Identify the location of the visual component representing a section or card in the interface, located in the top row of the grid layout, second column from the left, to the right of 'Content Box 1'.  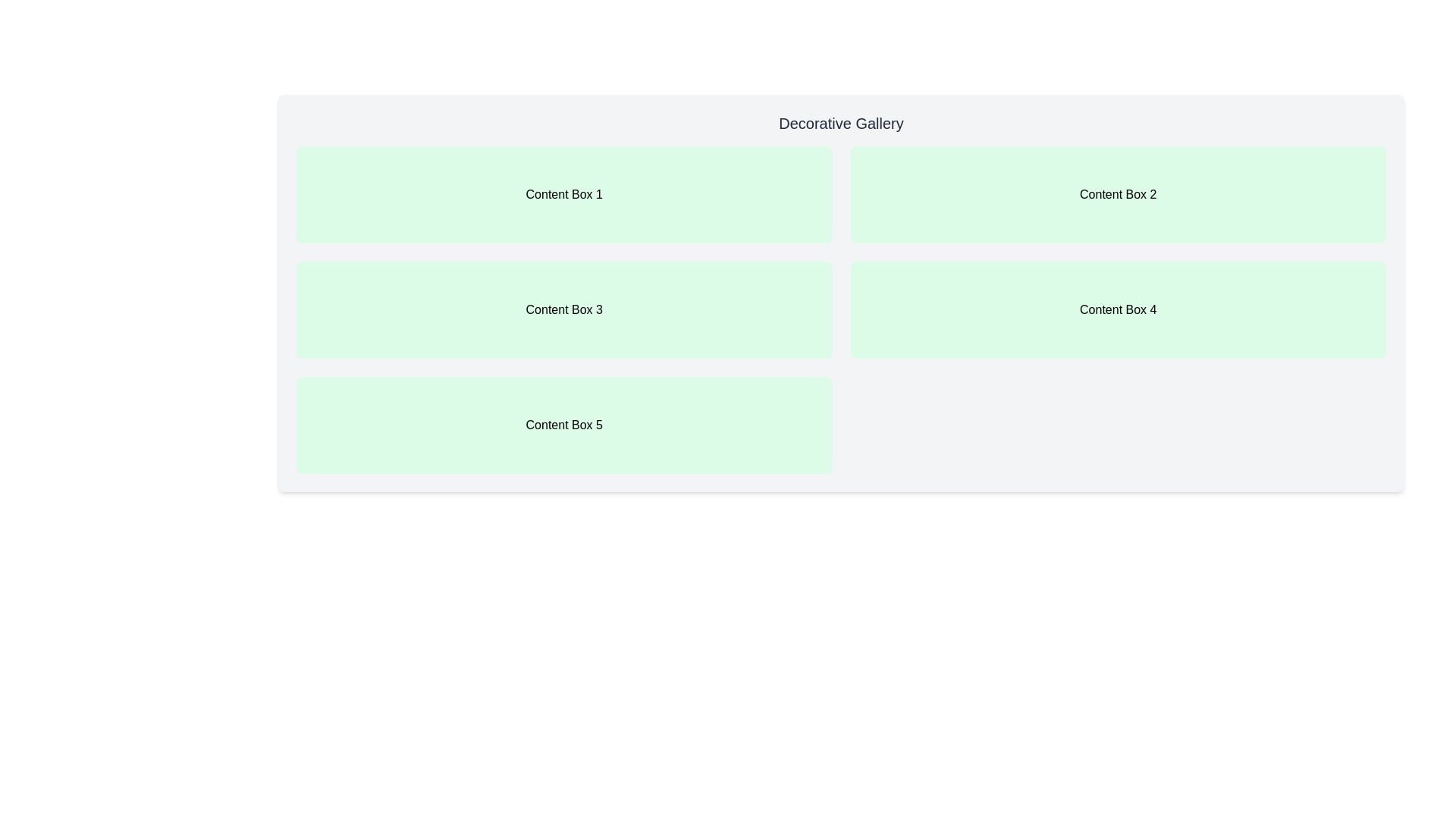
(1118, 194).